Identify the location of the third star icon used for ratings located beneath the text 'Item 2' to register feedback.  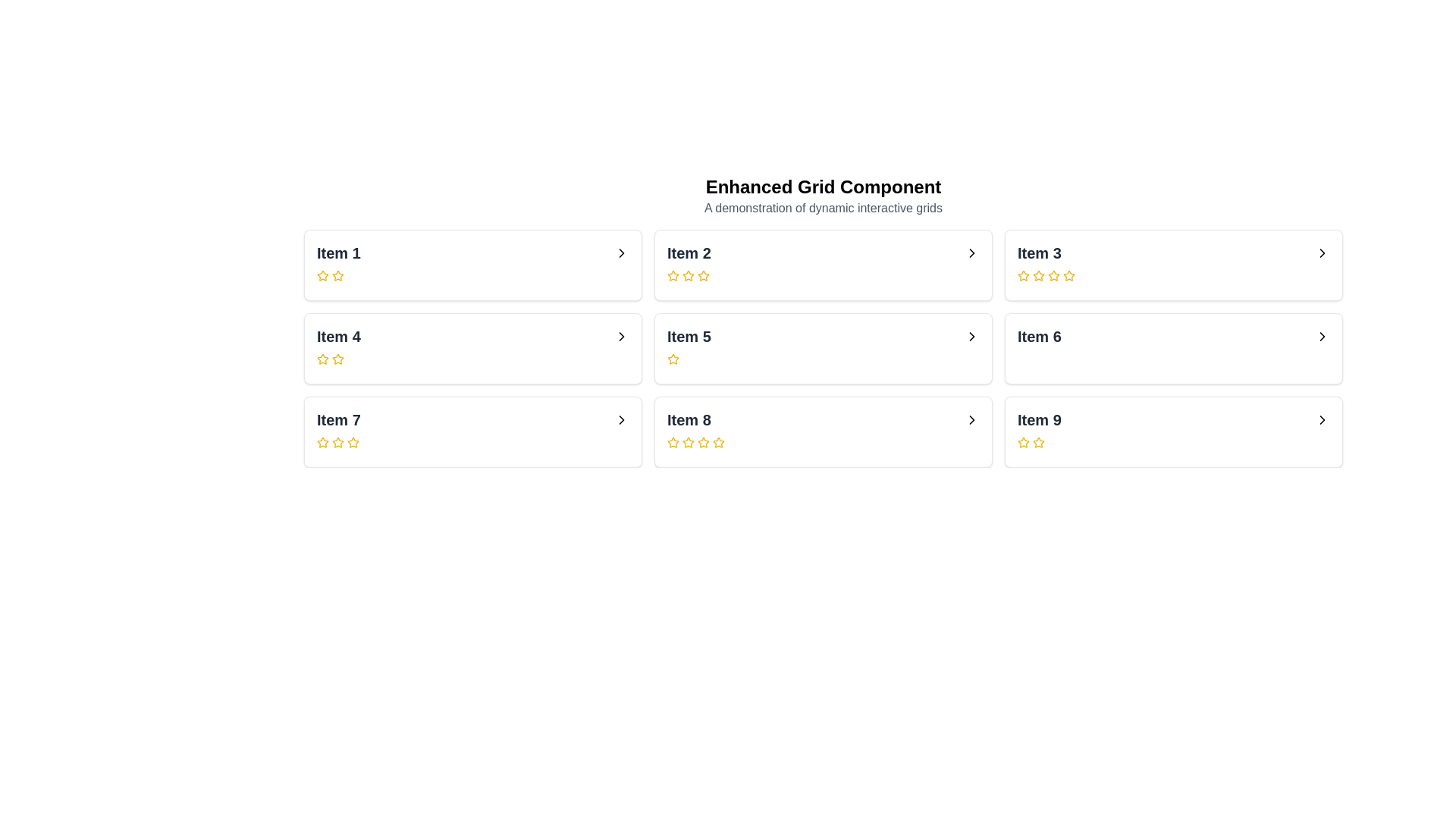
(687, 275).